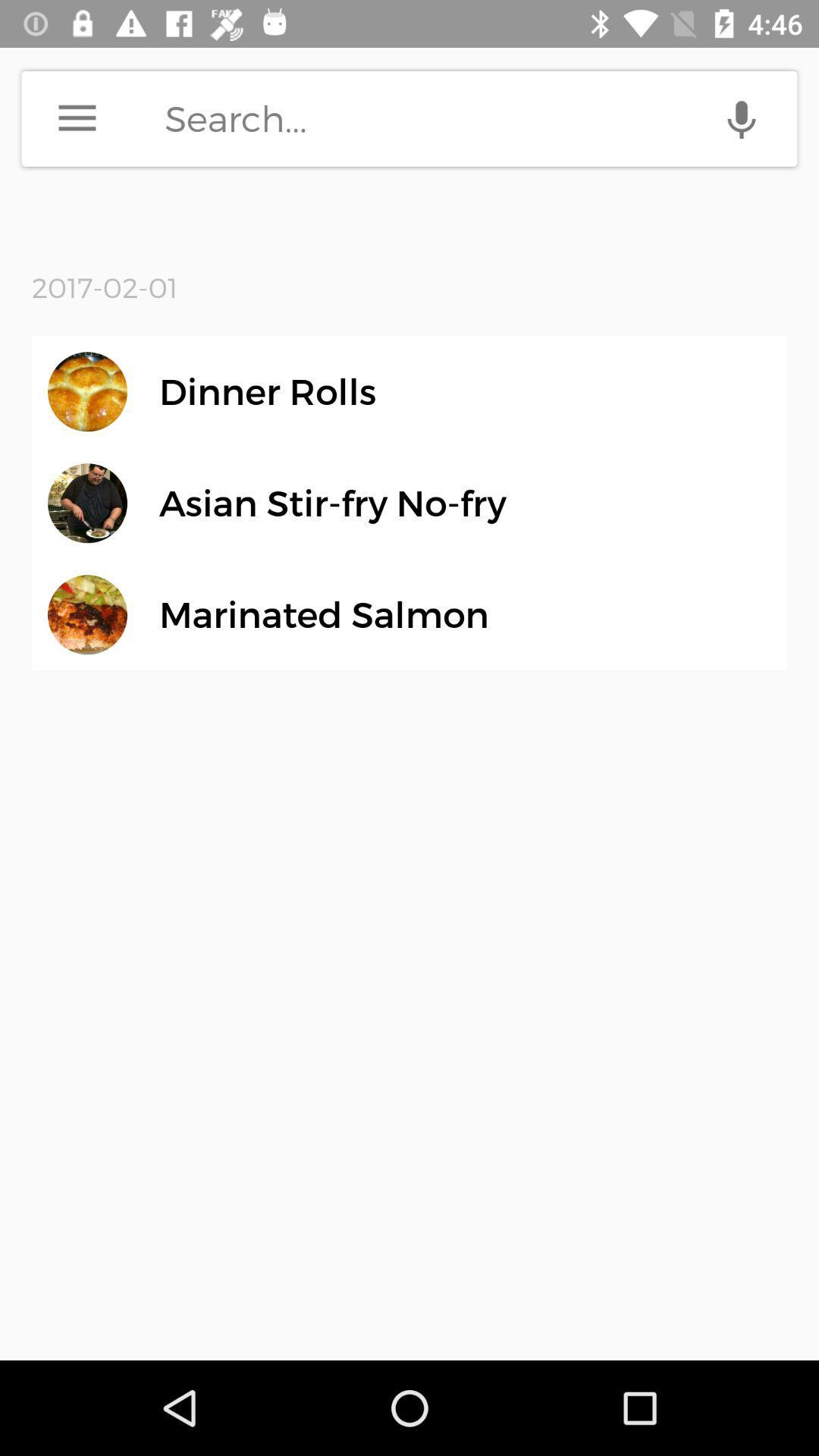  What do you see at coordinates (481, 118) in the screenshot?
I see `search bar` at bounding box center [481, 118].